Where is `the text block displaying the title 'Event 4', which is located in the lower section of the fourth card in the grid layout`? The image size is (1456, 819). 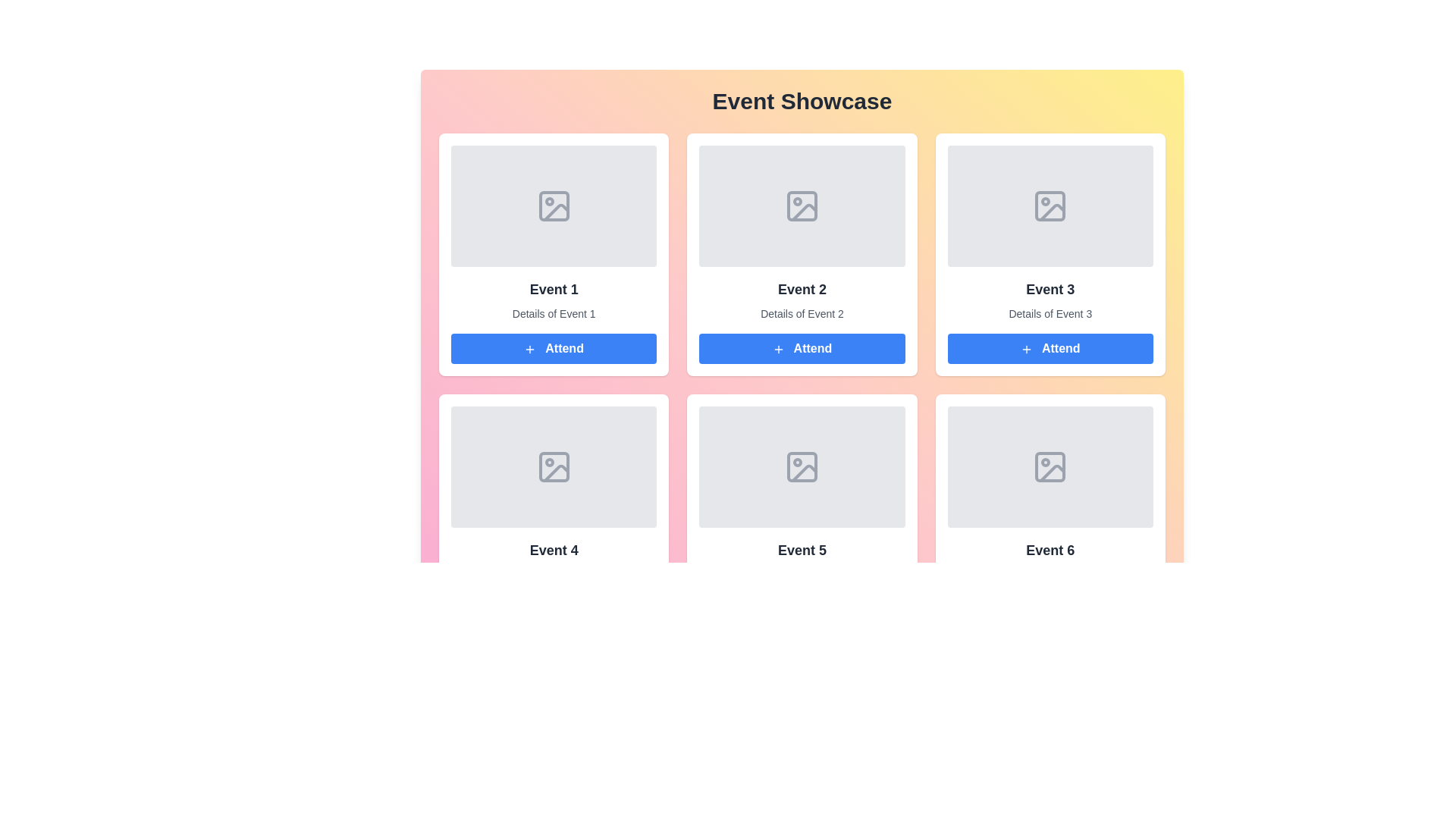 the text block displaying the title 'Event 4', which is located in the lower section of the fourth card in the grid layout is located at coordinates (553, 550).